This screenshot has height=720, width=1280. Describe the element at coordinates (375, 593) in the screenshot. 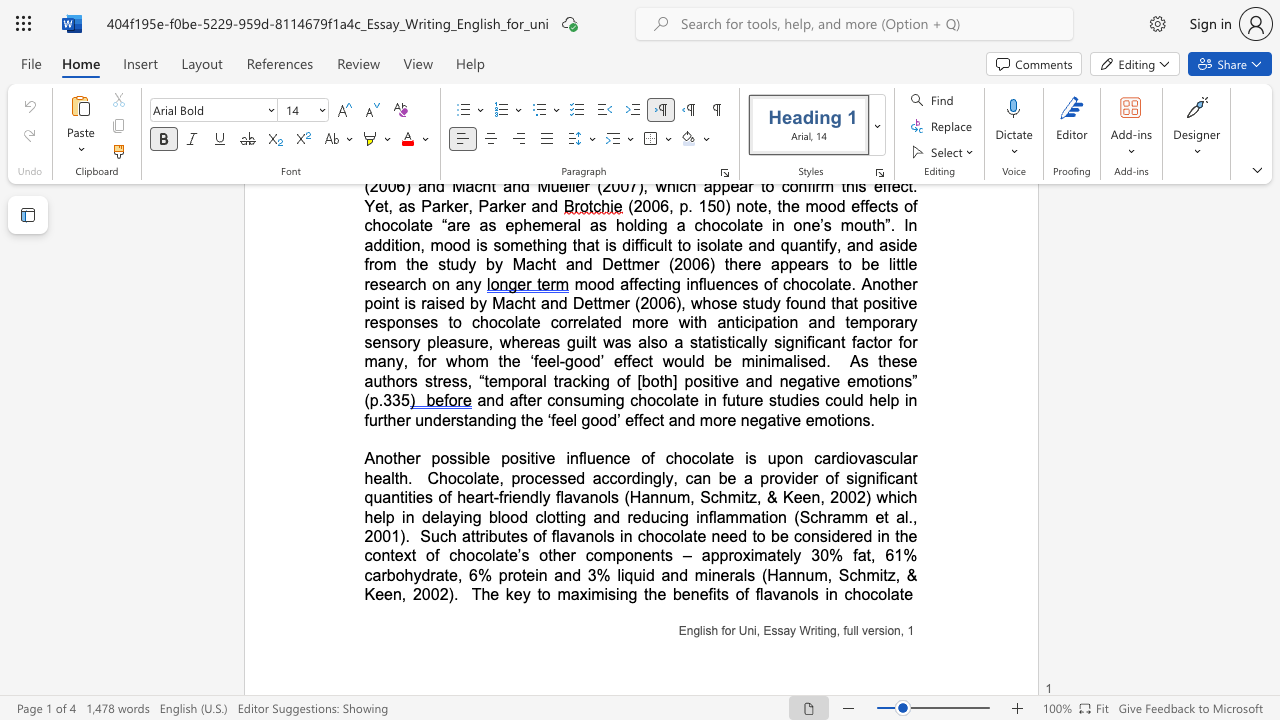

I see `the subset text "een, 20" within the text "mitz, & Keen, 2002)"` at that location.